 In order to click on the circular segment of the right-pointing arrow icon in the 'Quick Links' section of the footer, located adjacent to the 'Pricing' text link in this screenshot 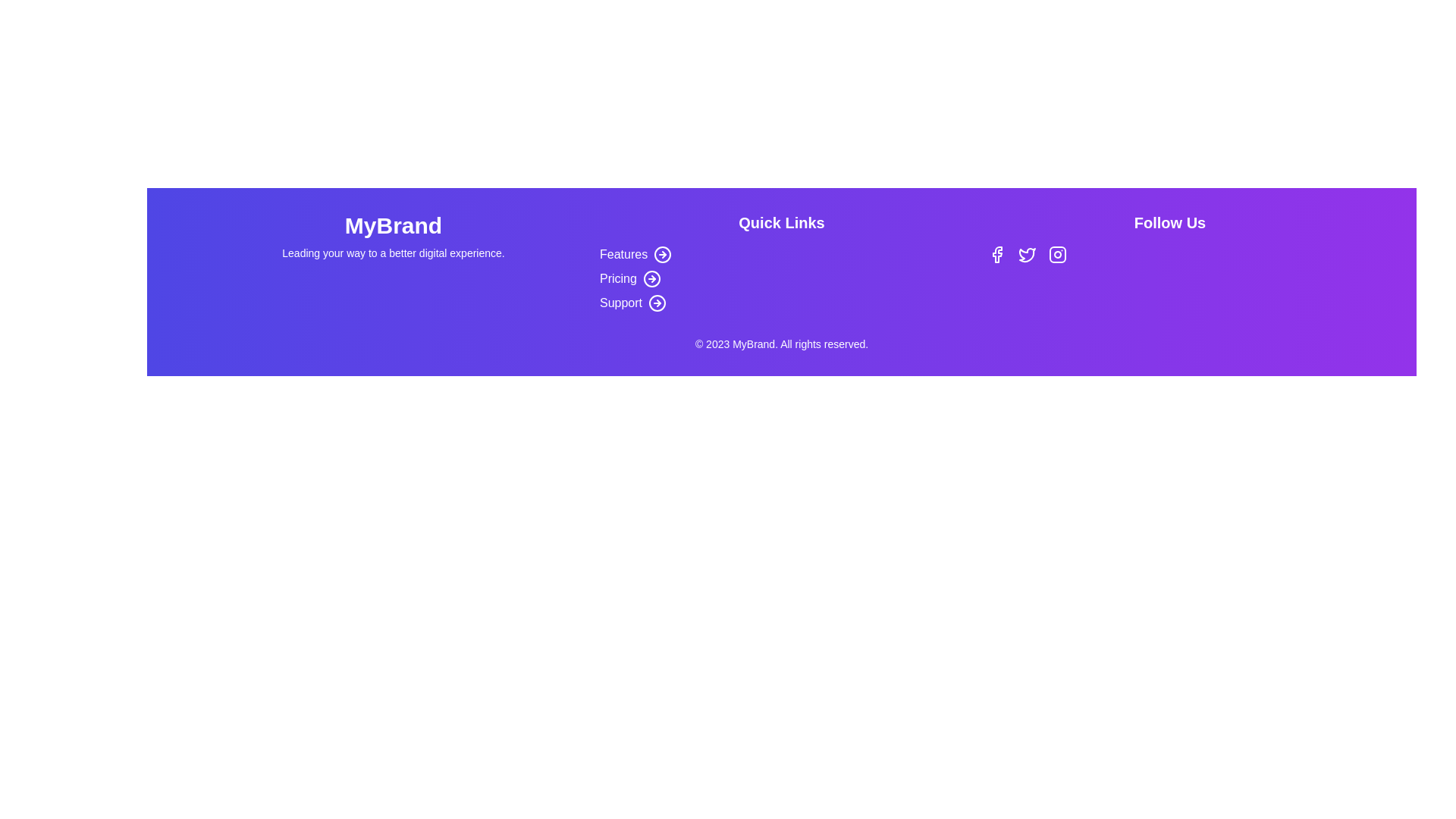, I will do `click(651, 278)`.